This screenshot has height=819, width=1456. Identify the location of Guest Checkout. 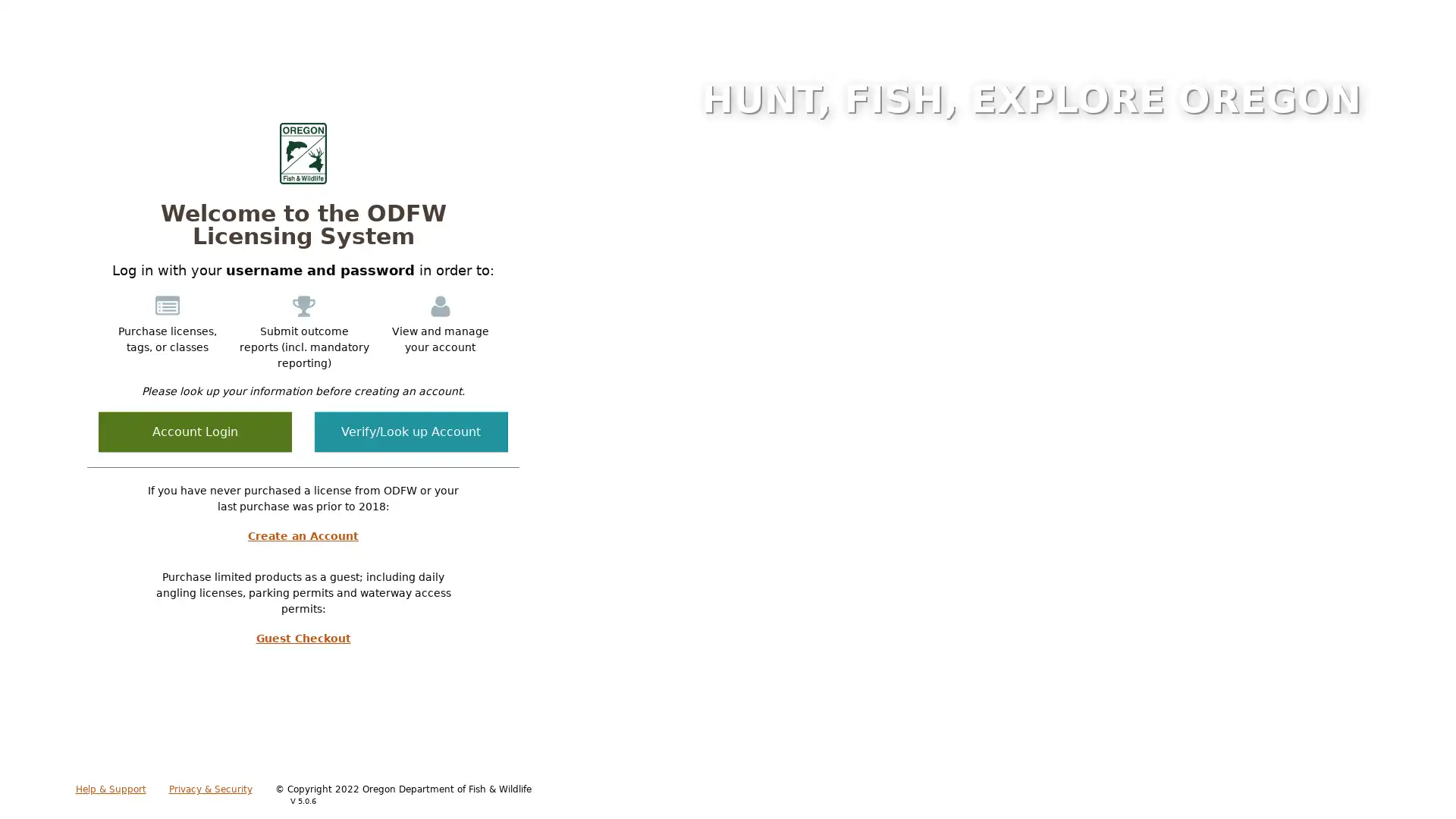
(303, 638).